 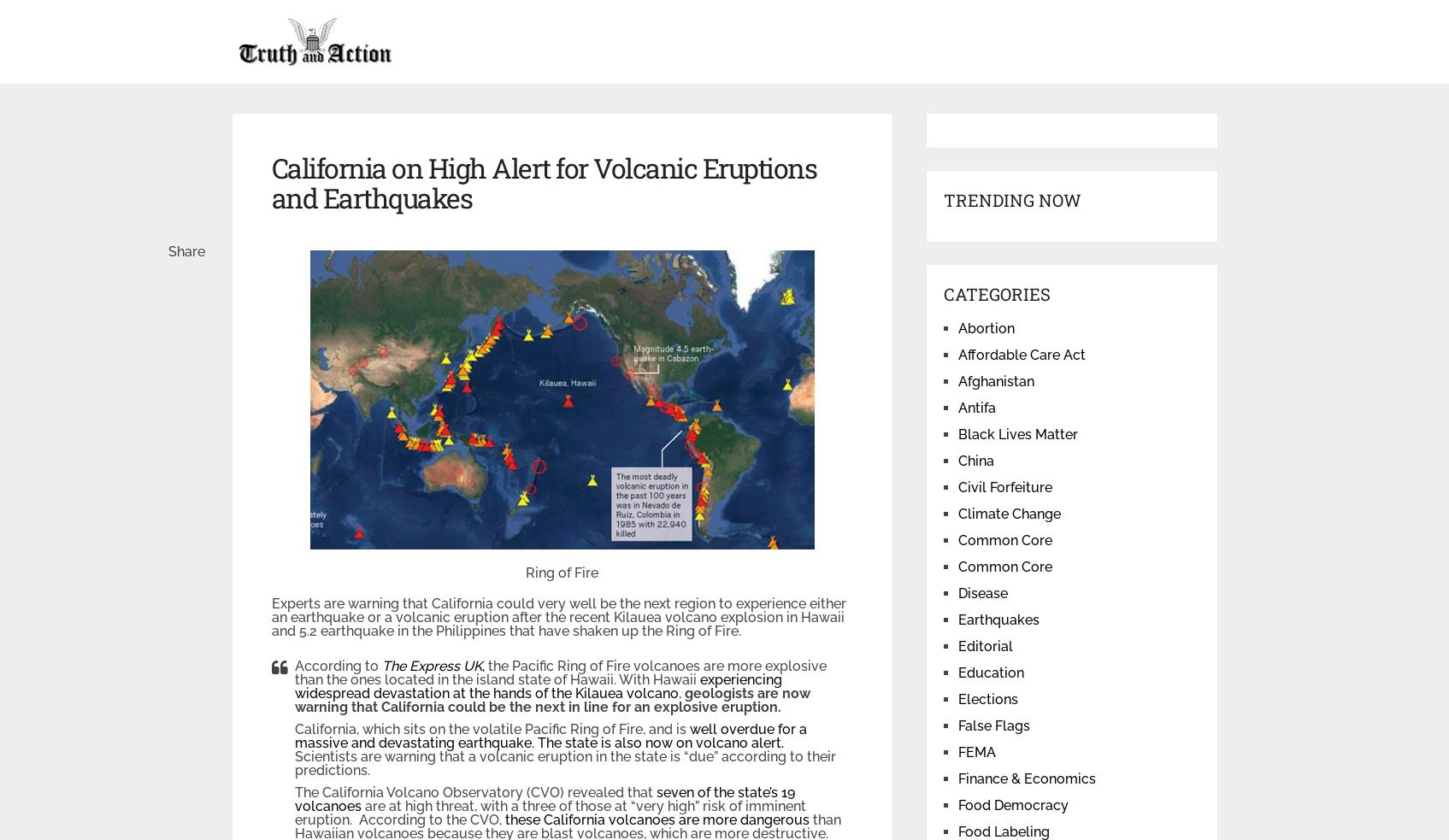 I want to click on 'China', so click(x=975, y=461).